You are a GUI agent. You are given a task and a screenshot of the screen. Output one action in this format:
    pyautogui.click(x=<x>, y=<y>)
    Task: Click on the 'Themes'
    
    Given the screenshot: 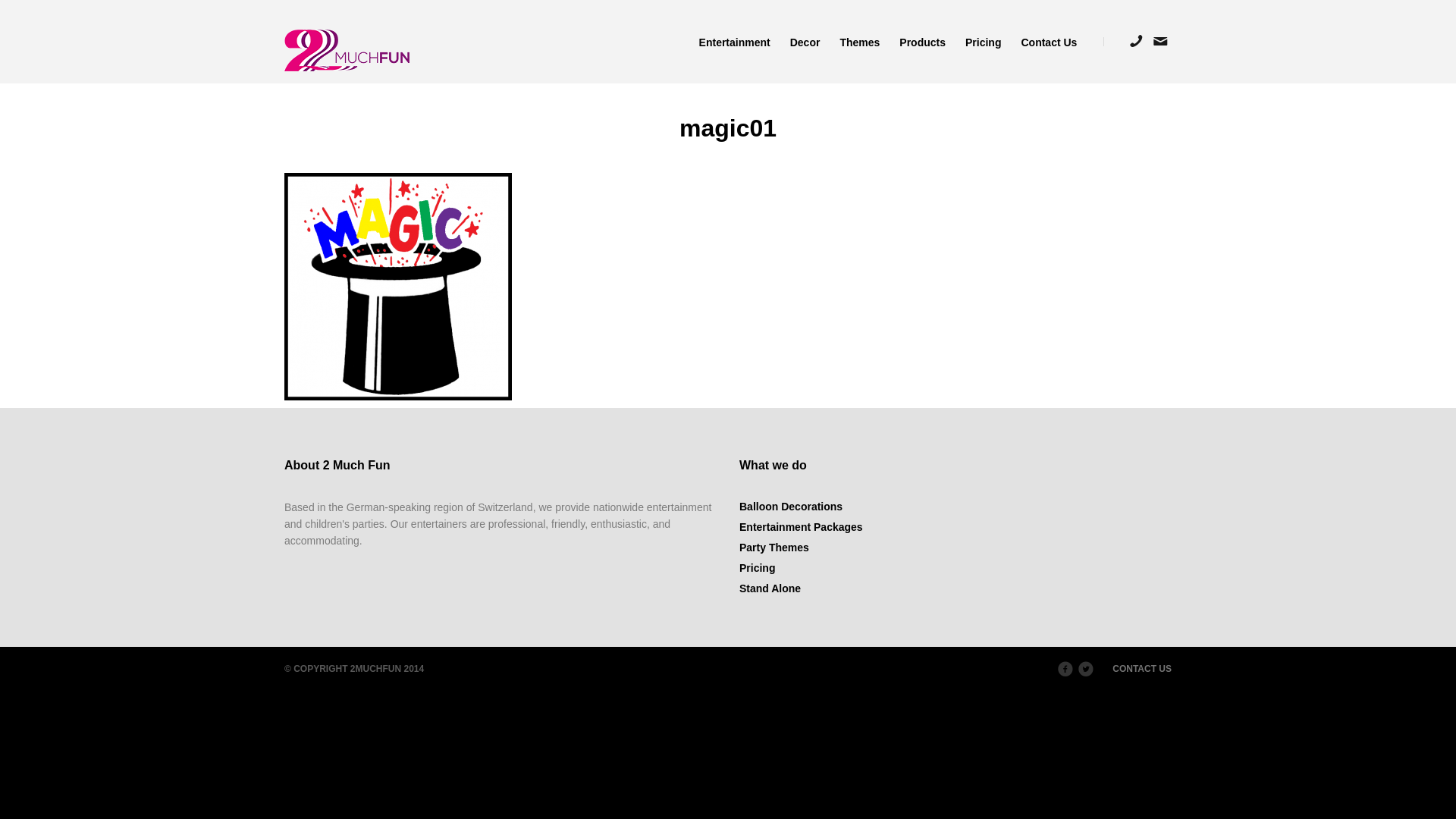 What is the action you would take?
    pyautogui.click(x=859, y=40)
    